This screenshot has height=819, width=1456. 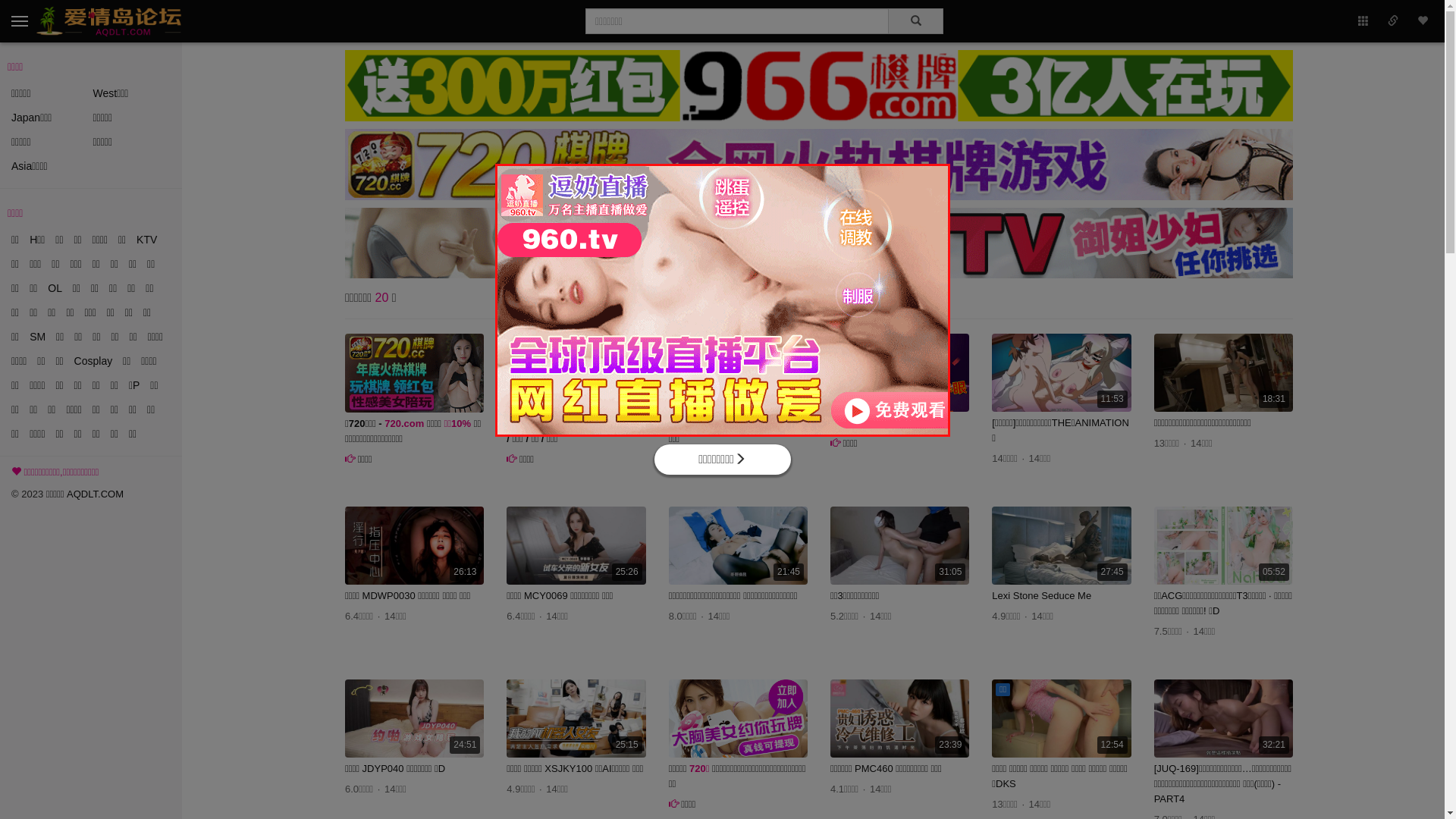 What do you see at coordinates (738, 544) in the screenshot?
I see `'21:45'` at bounding box center [738, 544].